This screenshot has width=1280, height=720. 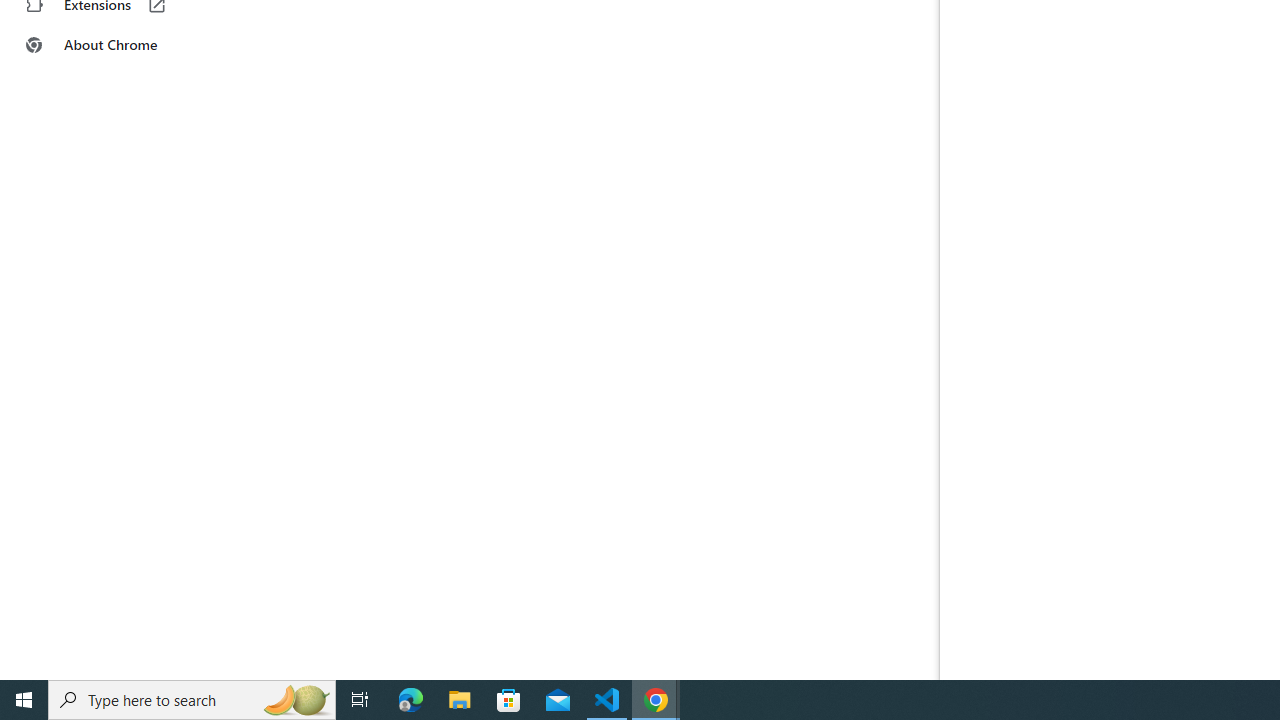 What do you see at coordinates (294, 698) in the screenshot?
I see `'Search highlights icon opens search home window'` at bounding box center [294, 698].